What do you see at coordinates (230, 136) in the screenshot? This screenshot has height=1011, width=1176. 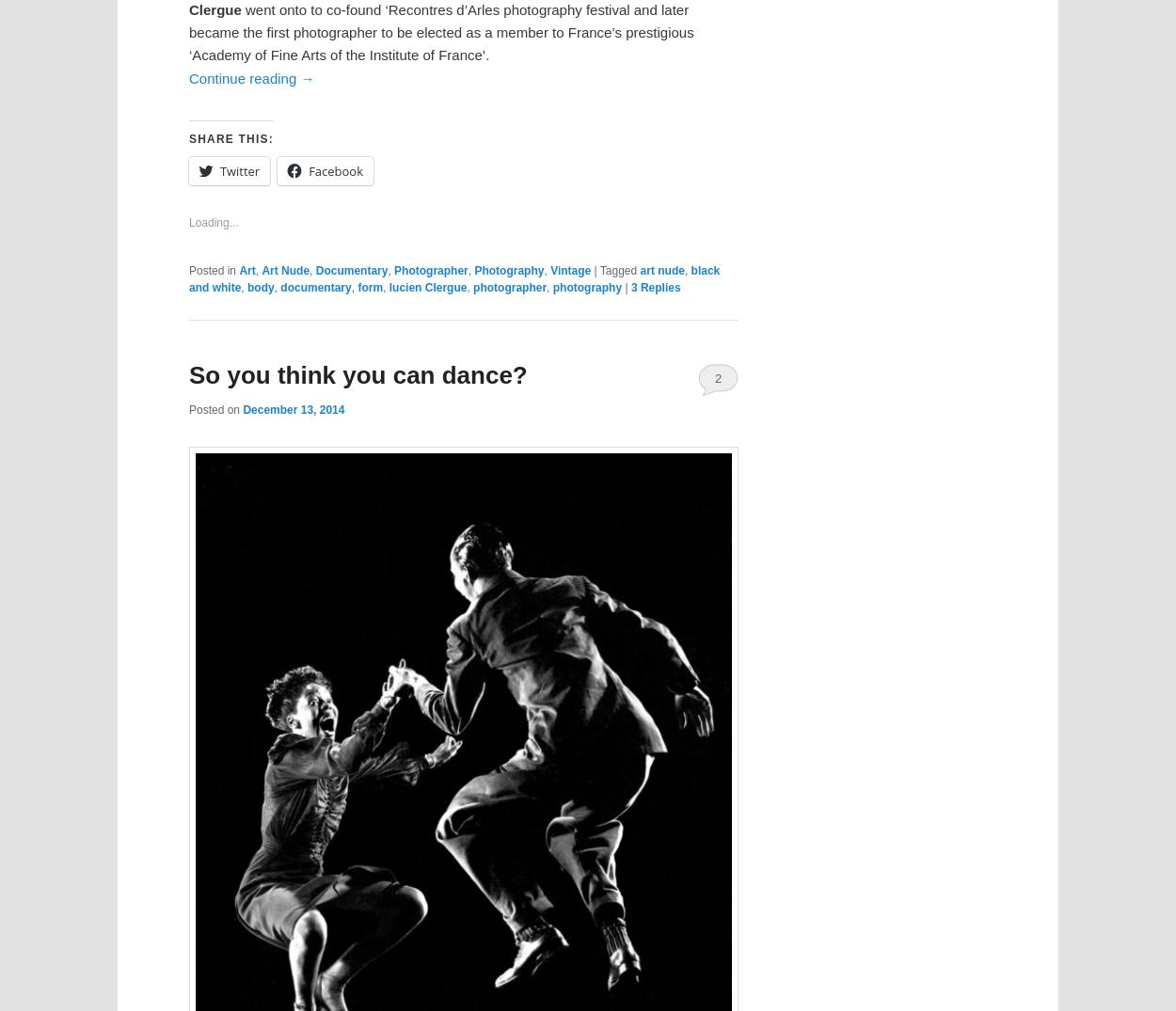 I see `'Share this:'` at bounding box center [230, 136].